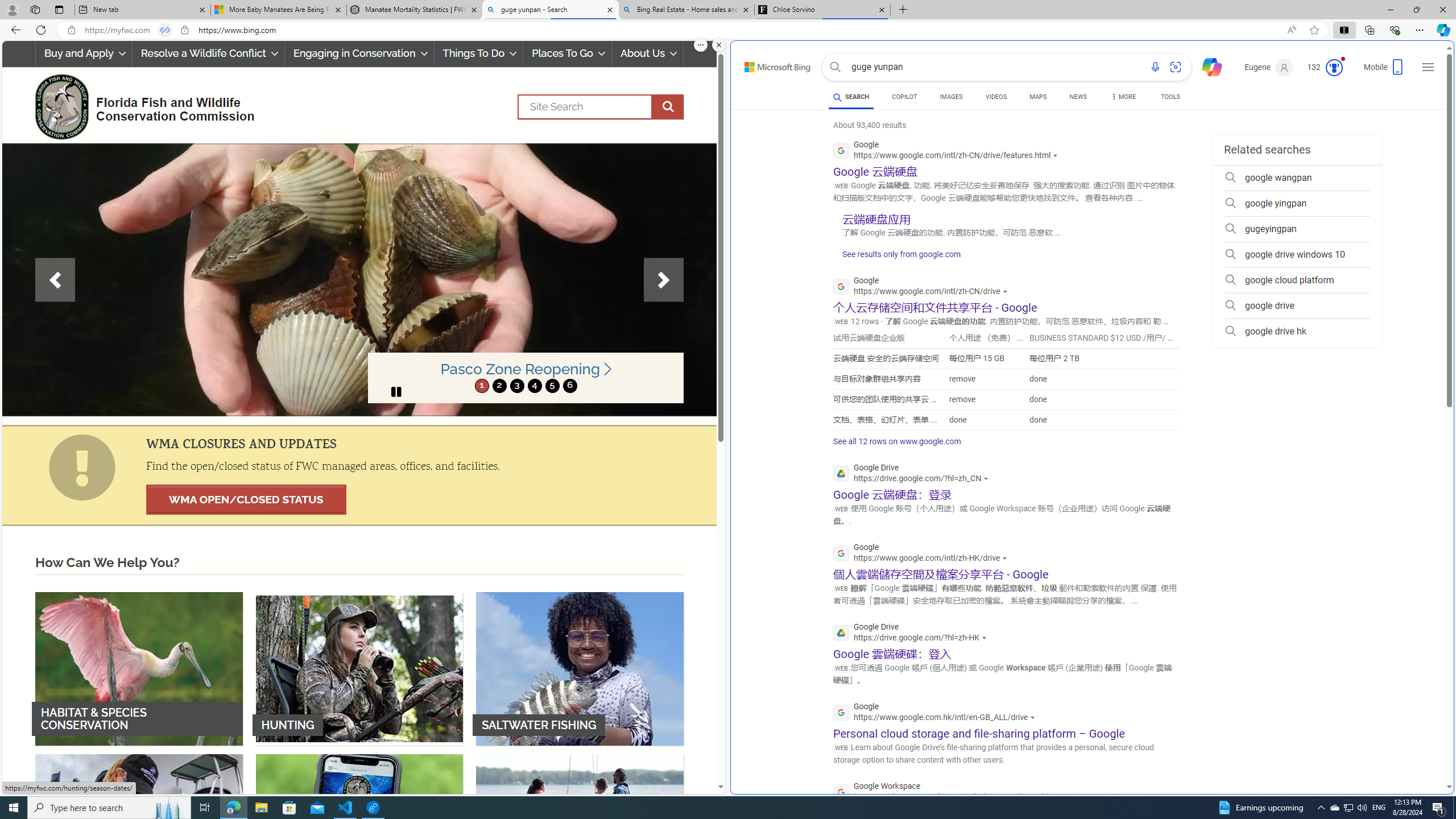  I want to click on 'Tab actions menu', so click(58, 9).